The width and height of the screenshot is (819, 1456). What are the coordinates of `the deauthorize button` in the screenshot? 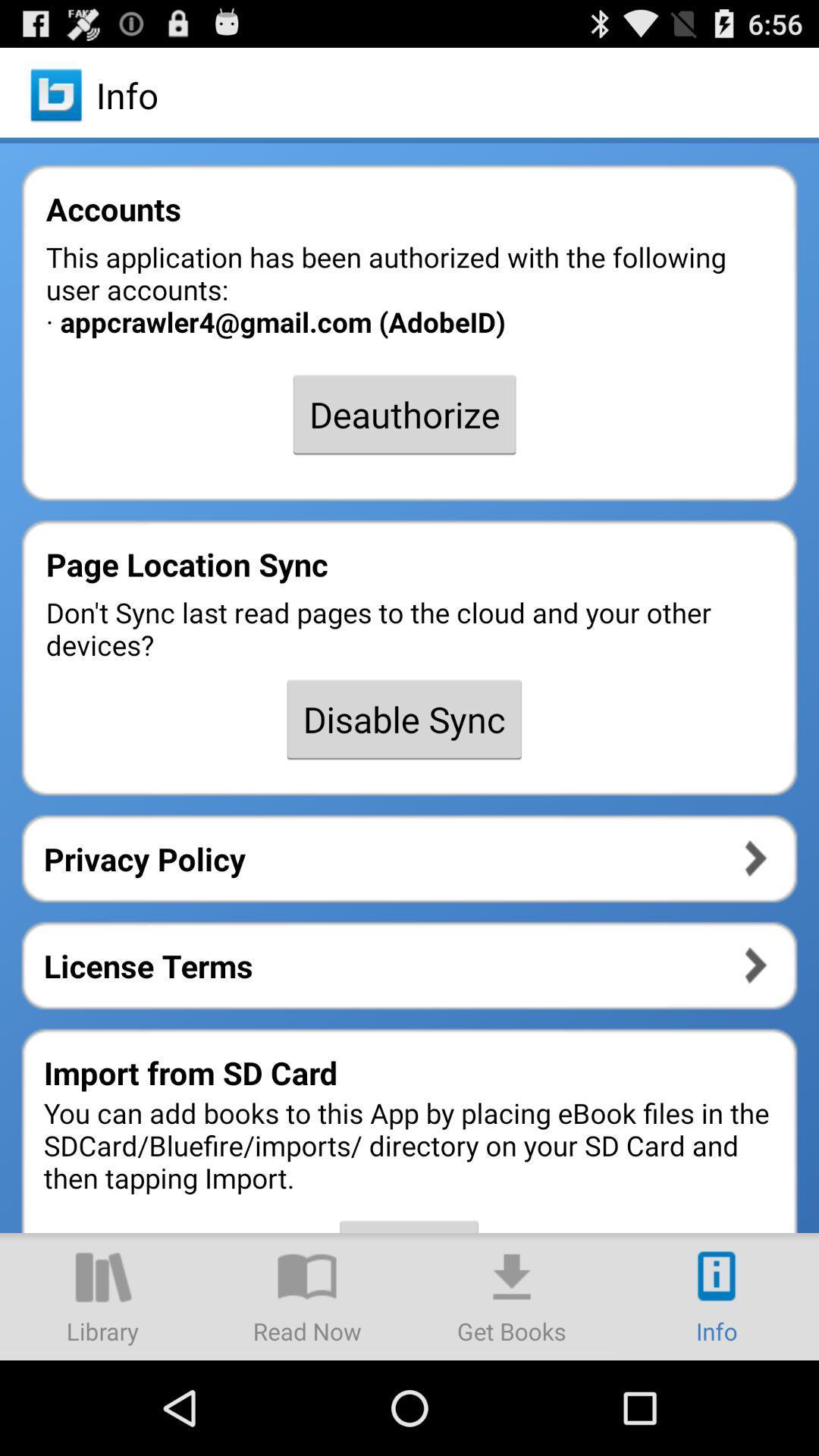 It's located at (403, 414).